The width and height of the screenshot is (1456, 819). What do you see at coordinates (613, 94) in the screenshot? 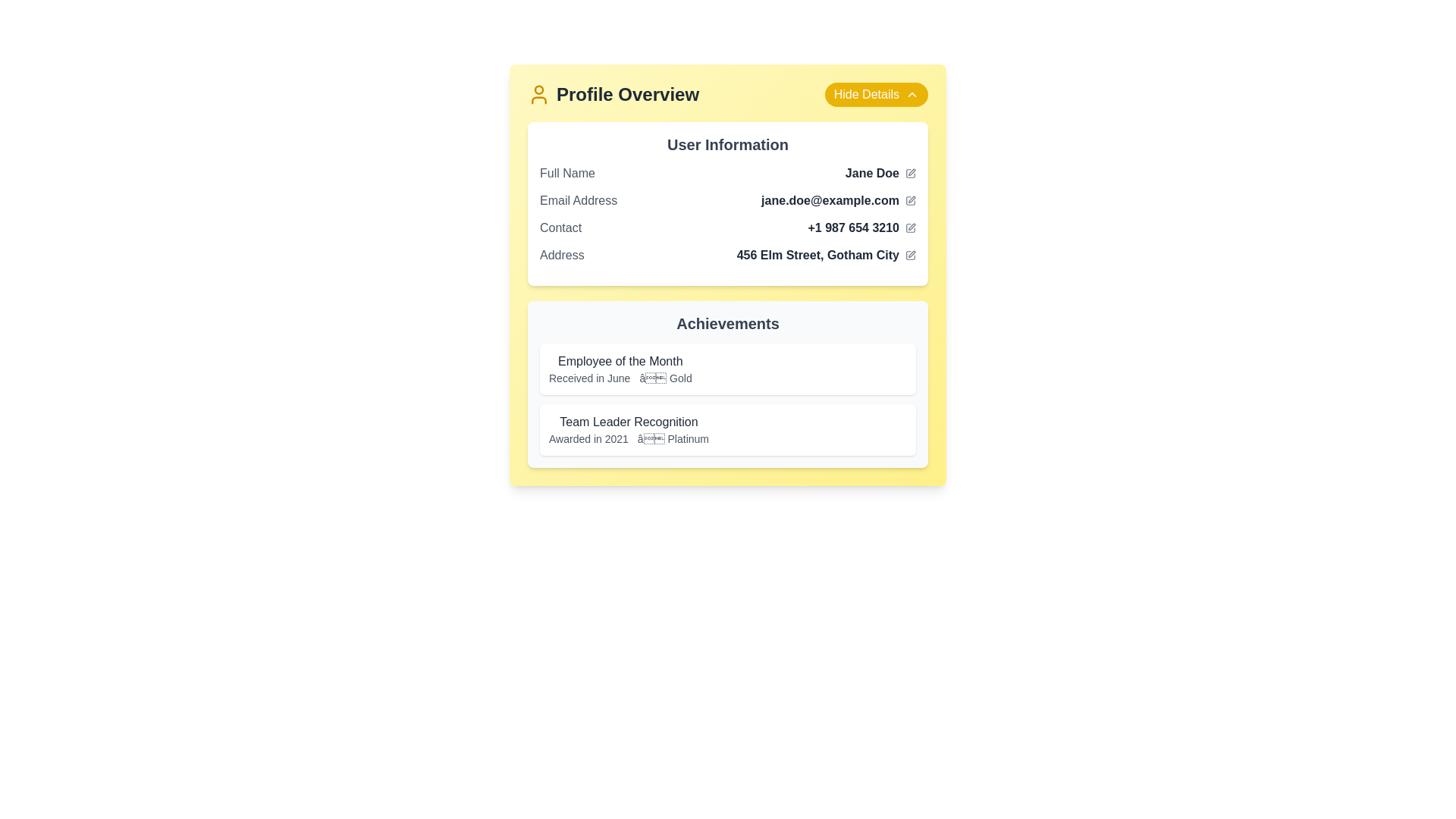
I see `text 'Profile Overview' from the Label header with icon that features a yellow user silhouette icon and is located on the left side of the top panel` at bounding box center [613, 94].